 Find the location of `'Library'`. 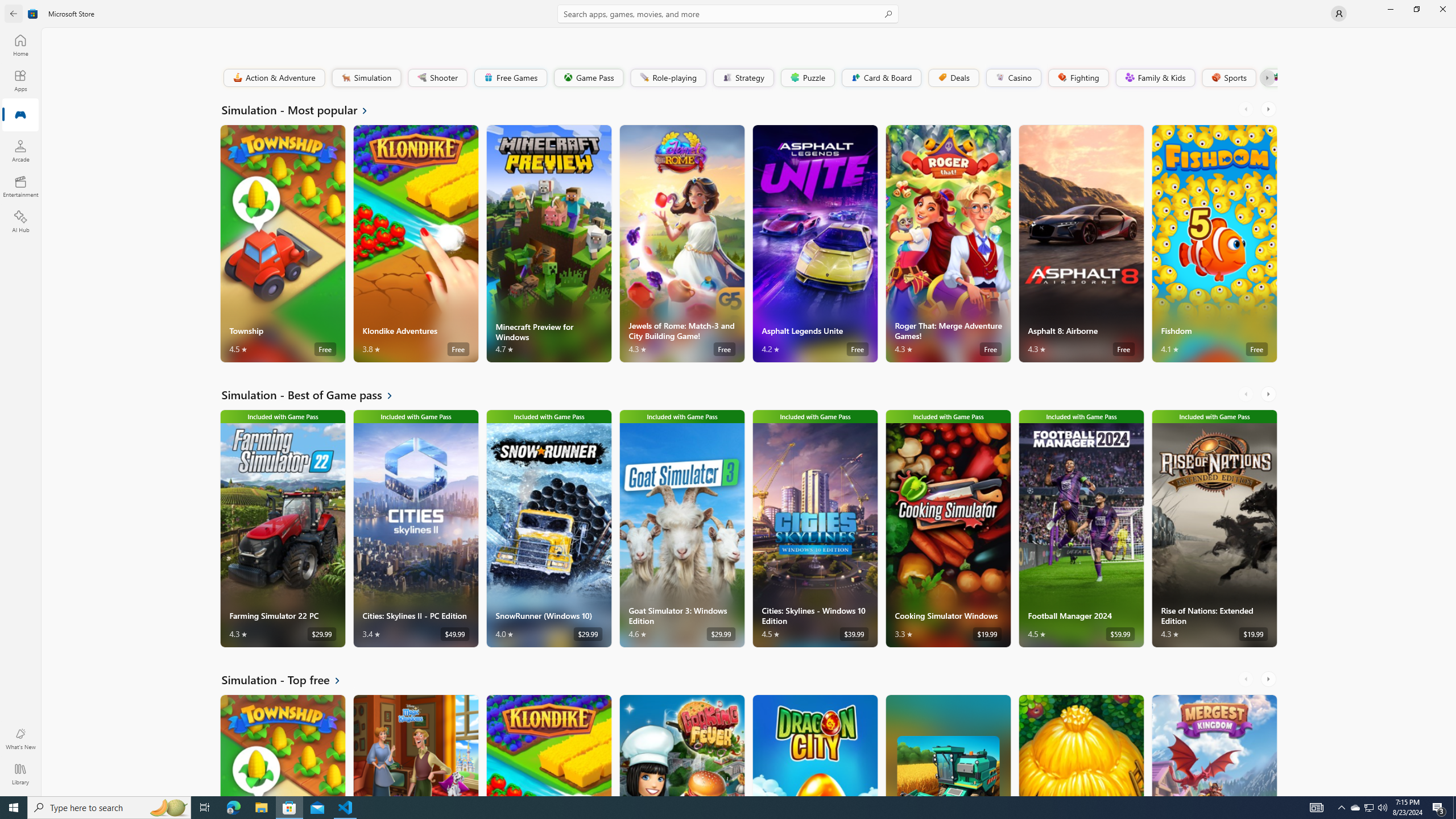

'Library' is located at coordinates (19, 773).